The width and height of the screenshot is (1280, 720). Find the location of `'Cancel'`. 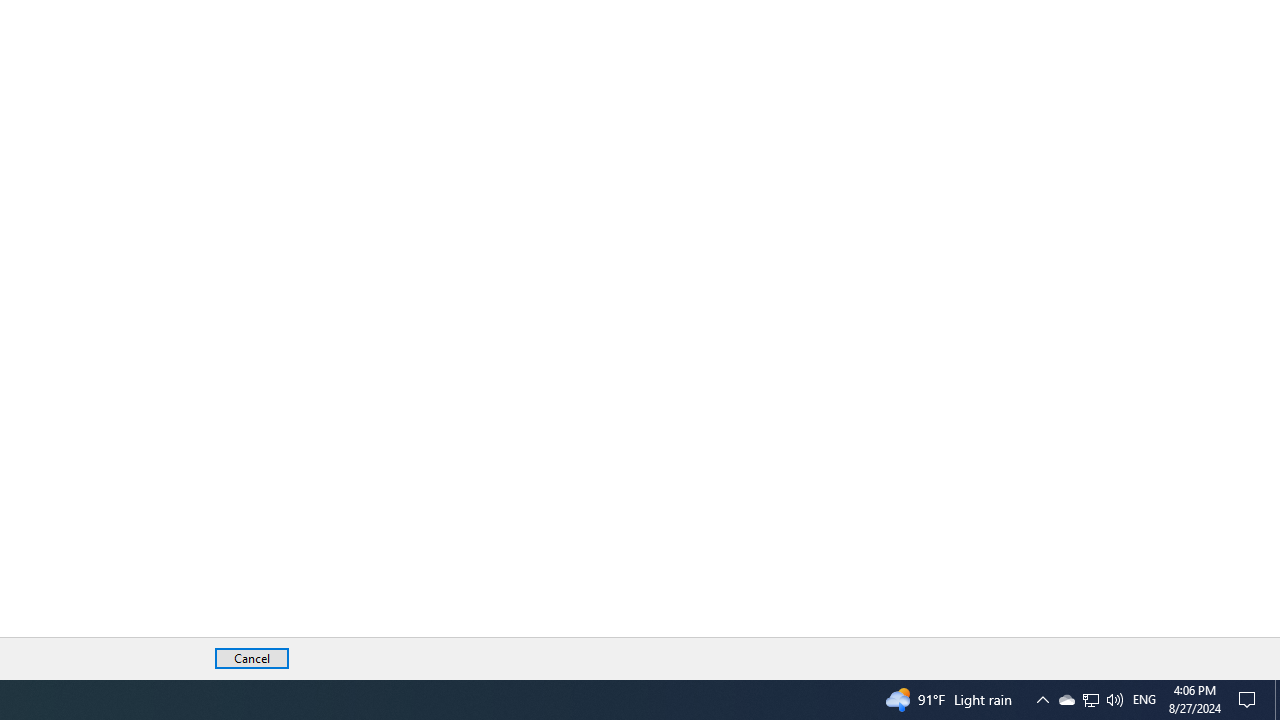

'Cancel' is located at coordinates (251, 658).